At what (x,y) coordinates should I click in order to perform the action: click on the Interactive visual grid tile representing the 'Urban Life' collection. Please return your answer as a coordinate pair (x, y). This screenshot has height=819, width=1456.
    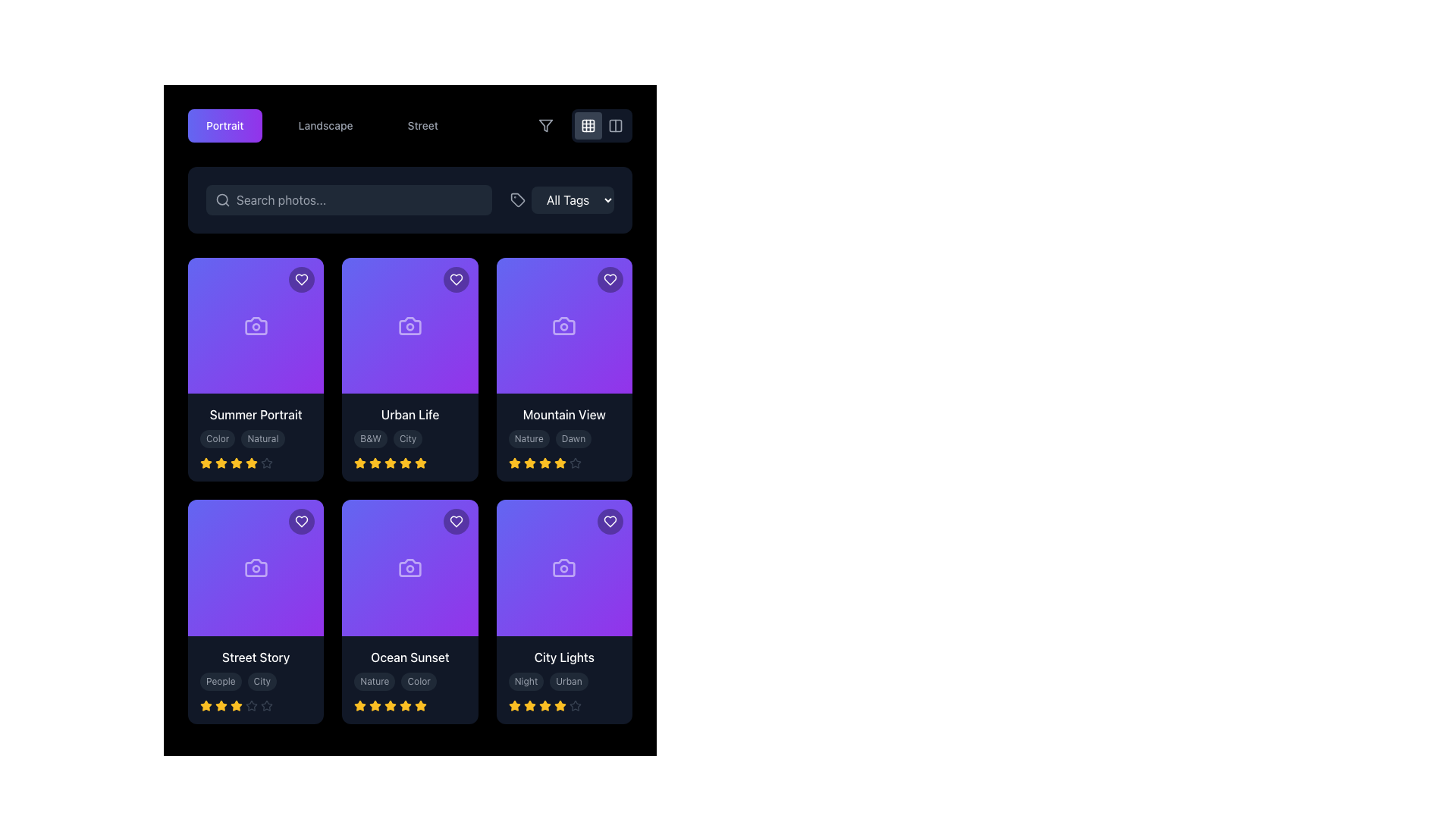
    Looking at the image, I should click on (410, 325).